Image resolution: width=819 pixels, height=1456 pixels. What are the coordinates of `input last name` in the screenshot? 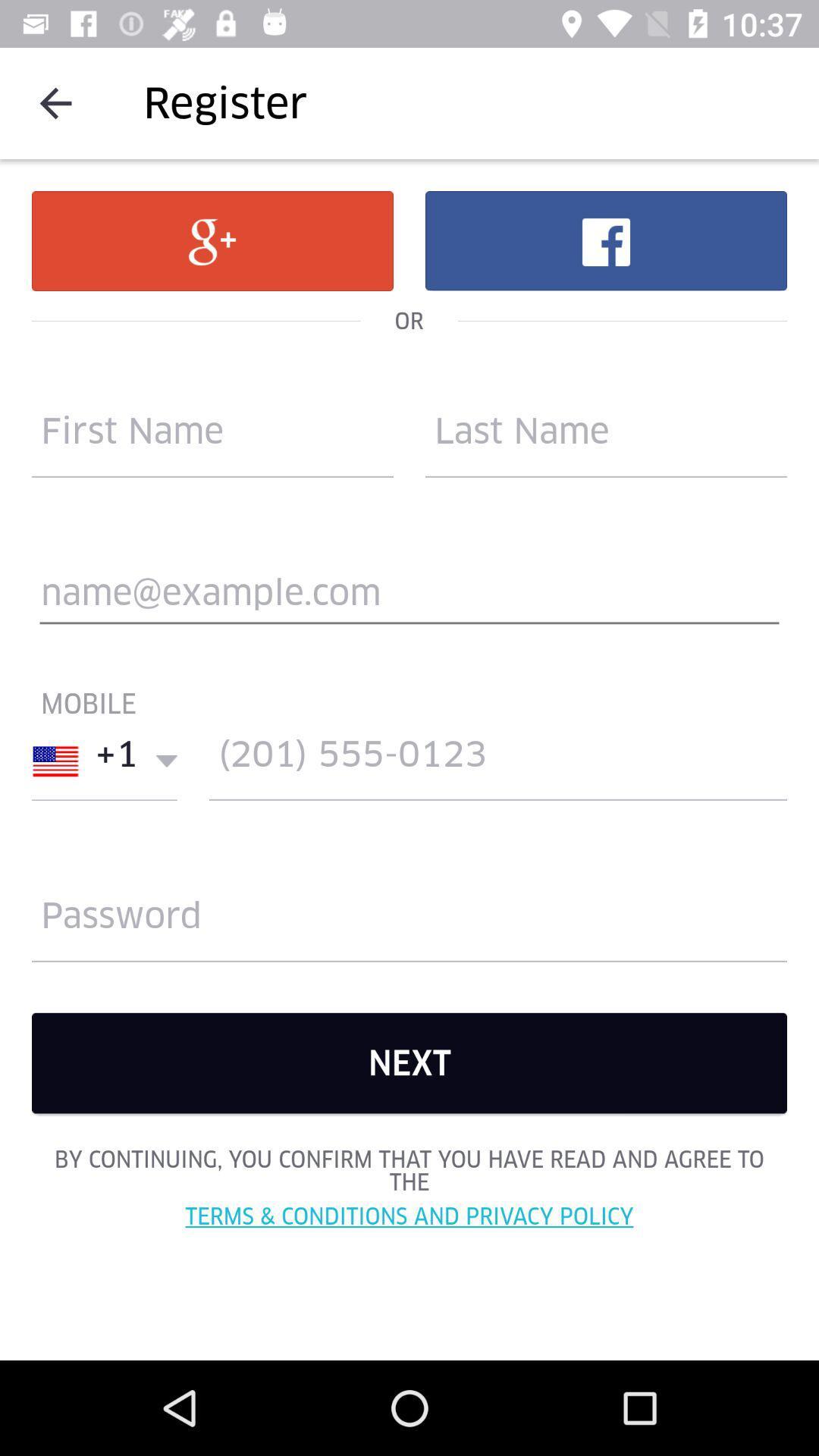 It's located at (605, 438).